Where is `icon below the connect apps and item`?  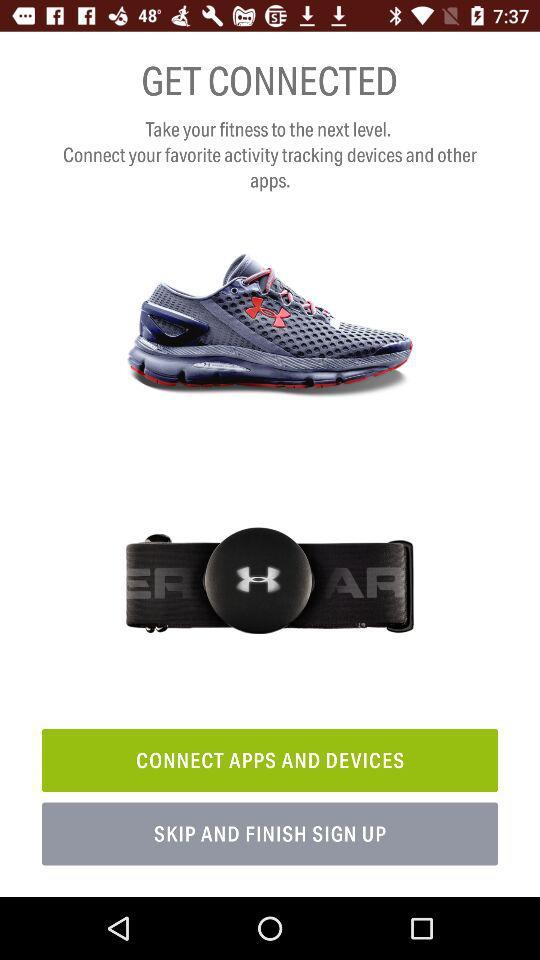 icon below the connect apps and item is located at coordinates (270, 834).